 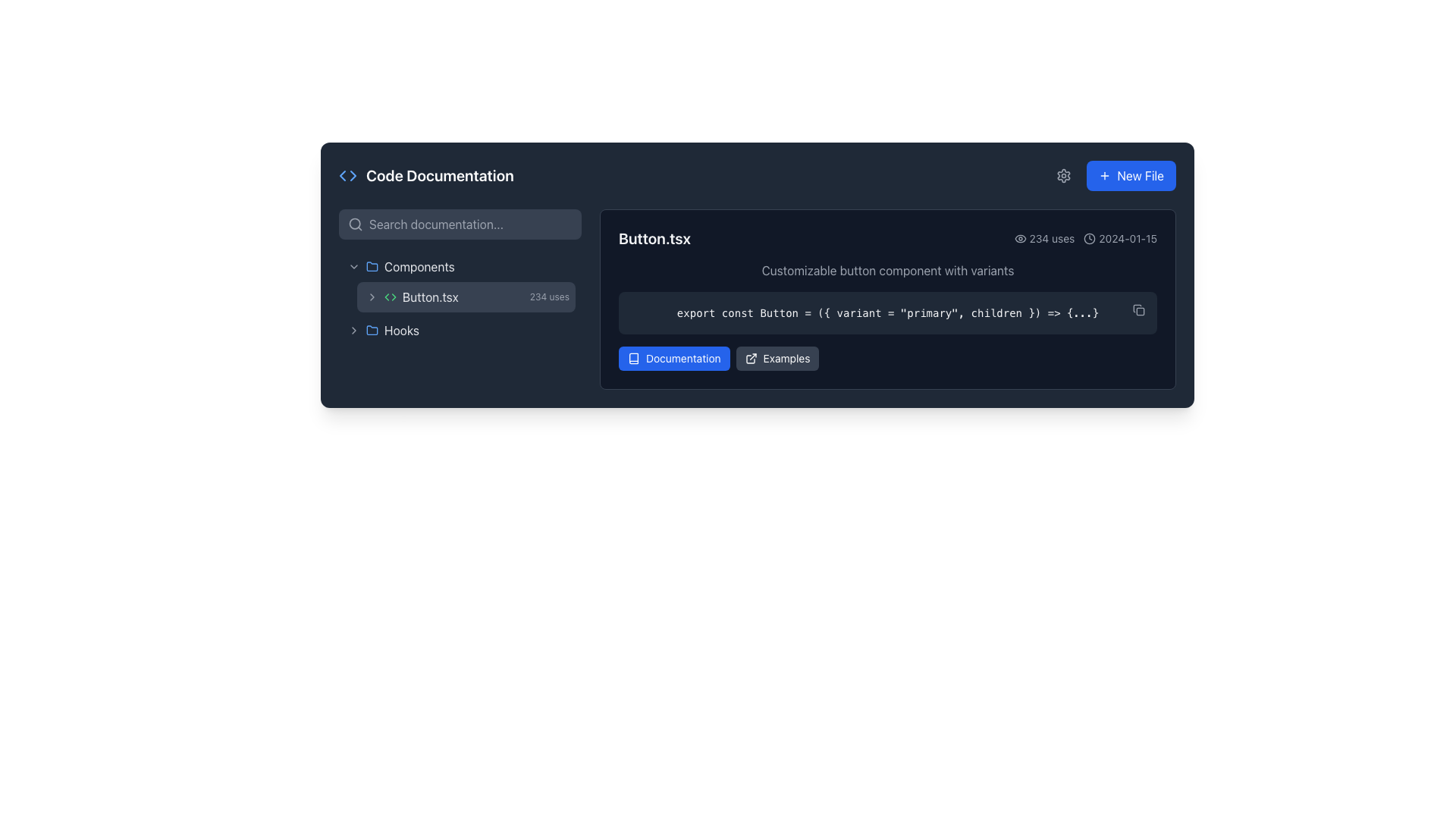 What do you see at coordinates (888, 312) in the screenshot?
I see `the text in the code snippet display located below the descriptive text 'Customizable button component with variants', prominently displayed in the center of the documentation section` at bounding box center [888, 312].